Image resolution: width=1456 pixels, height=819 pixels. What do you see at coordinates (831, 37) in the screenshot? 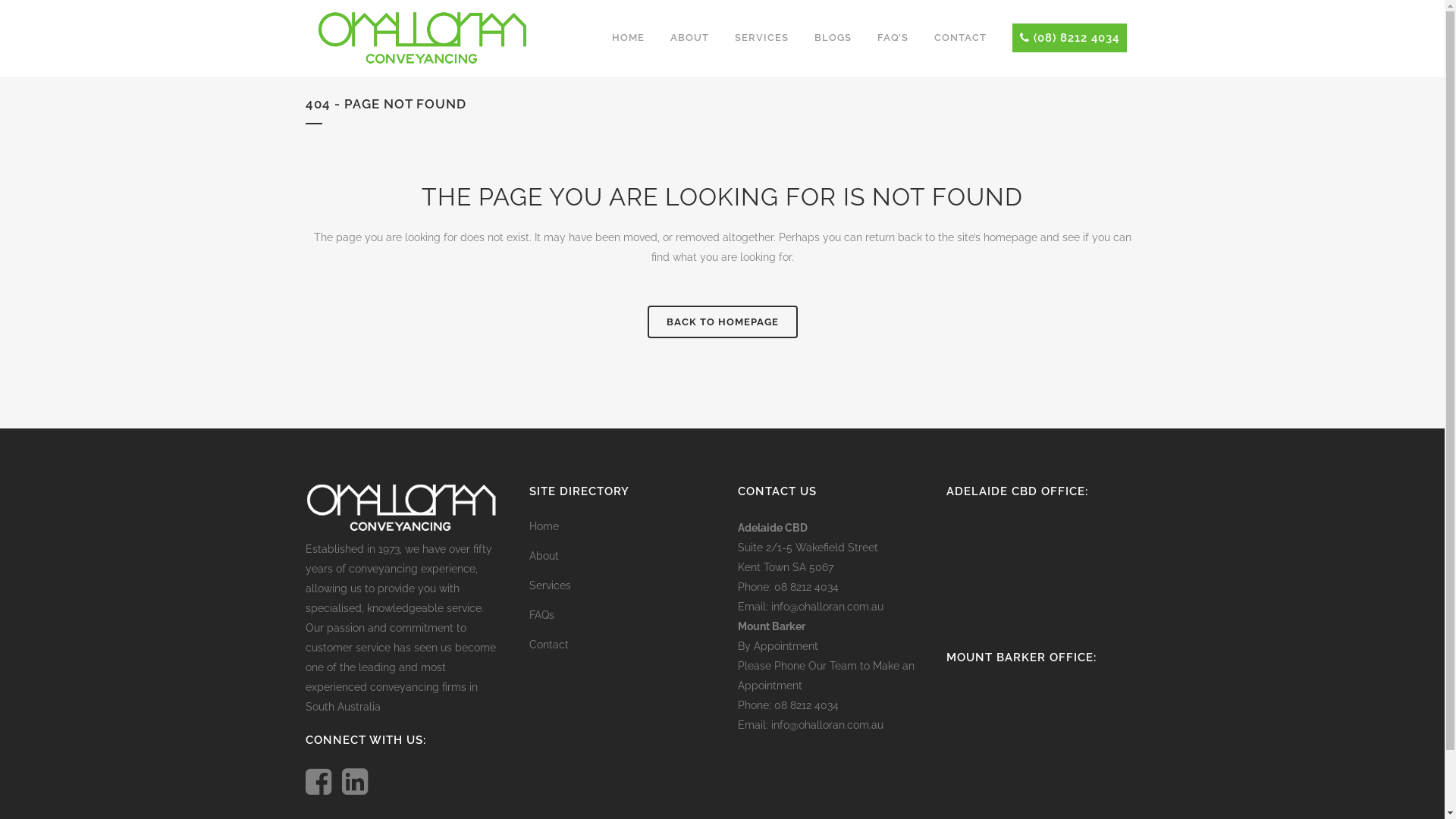
I see `'BLOGS'` at bounding box center [831, 37].